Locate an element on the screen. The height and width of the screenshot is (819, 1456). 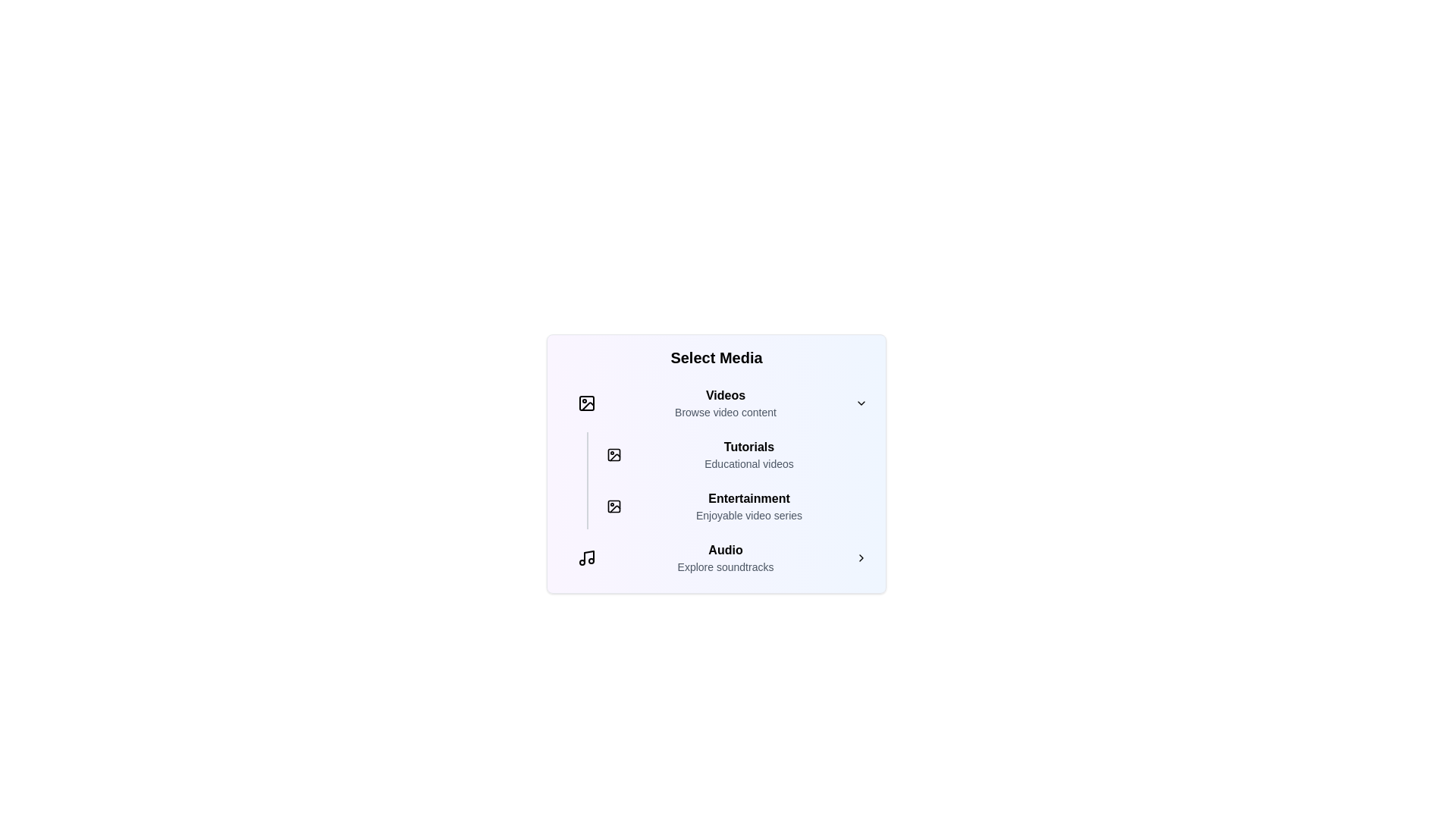
the 'Audio' option in the vertically structured menu under the header 'Select Media', which is the fourth option from the top, located below 'Entertainment' is located at coordinates (724, 558).